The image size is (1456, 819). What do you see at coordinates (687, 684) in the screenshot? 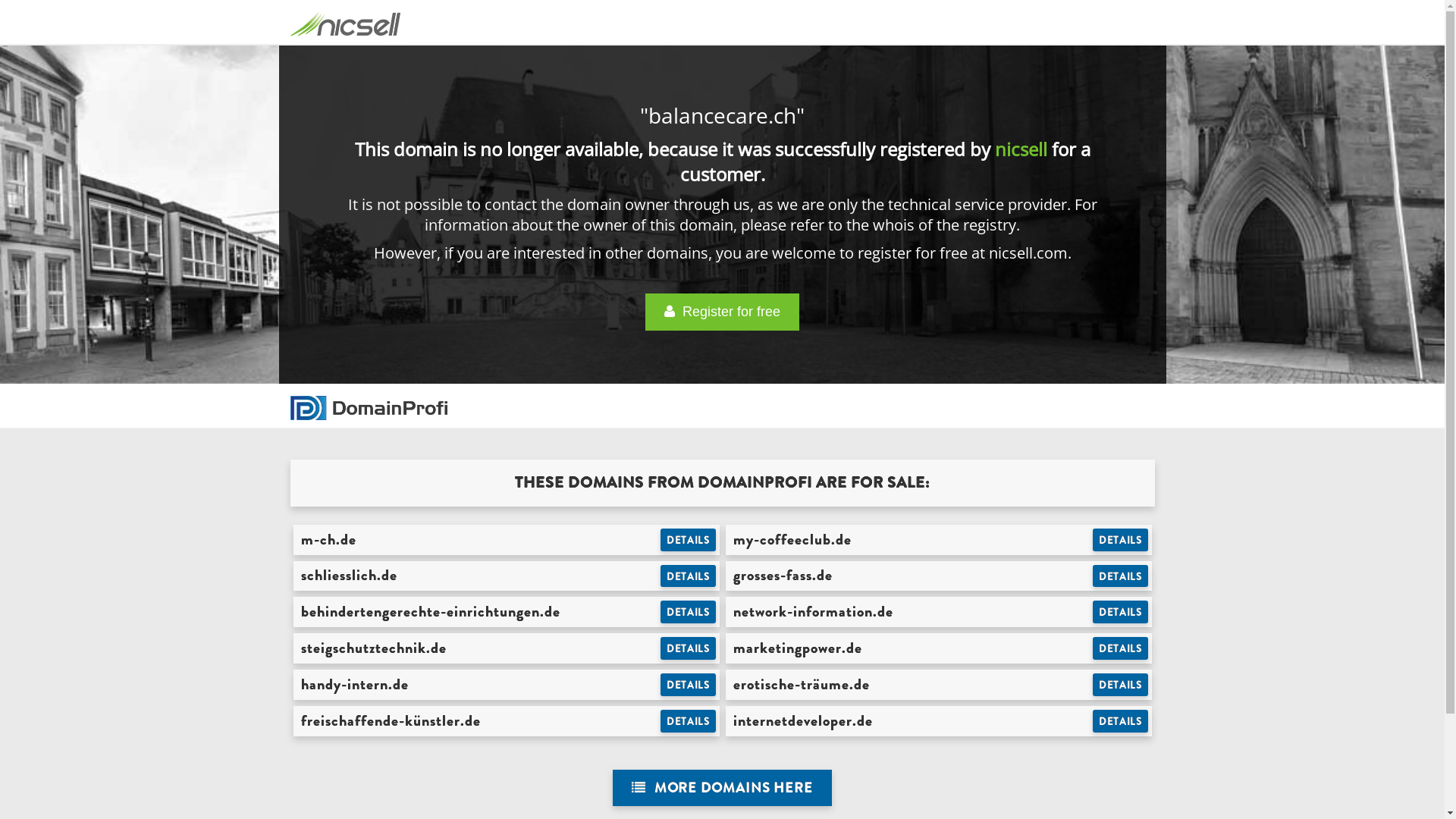
I see `'DETAILS'` at bounding box center [687, 684].